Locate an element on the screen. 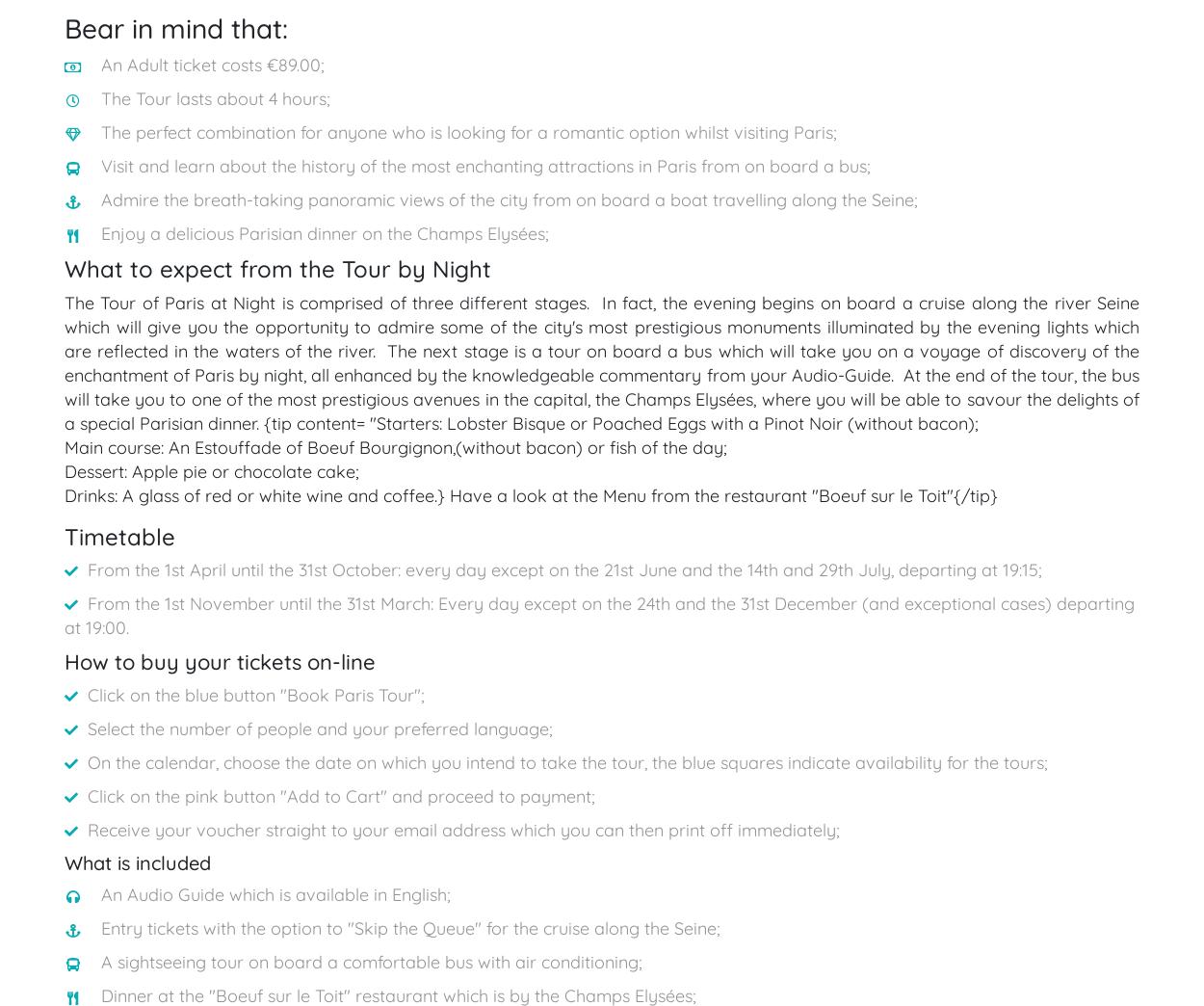  'Privacy Policy' is located at coordinates (888, 446).